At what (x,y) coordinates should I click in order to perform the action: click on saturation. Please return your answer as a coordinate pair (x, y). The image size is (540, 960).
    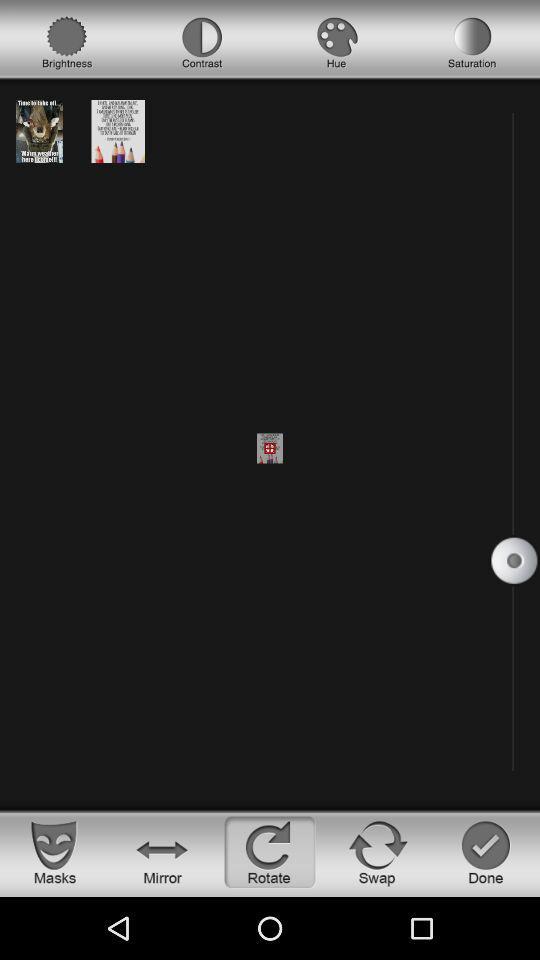
    Looking at the image, I should click on (472, 42).